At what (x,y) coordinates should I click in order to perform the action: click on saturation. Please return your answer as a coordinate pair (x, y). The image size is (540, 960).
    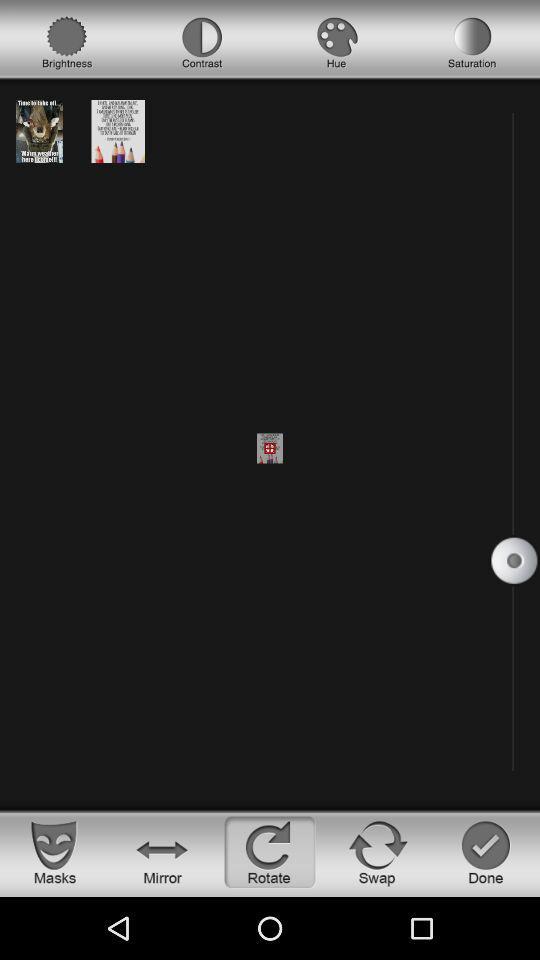
    Looking at the image, I should click on (472, 42).